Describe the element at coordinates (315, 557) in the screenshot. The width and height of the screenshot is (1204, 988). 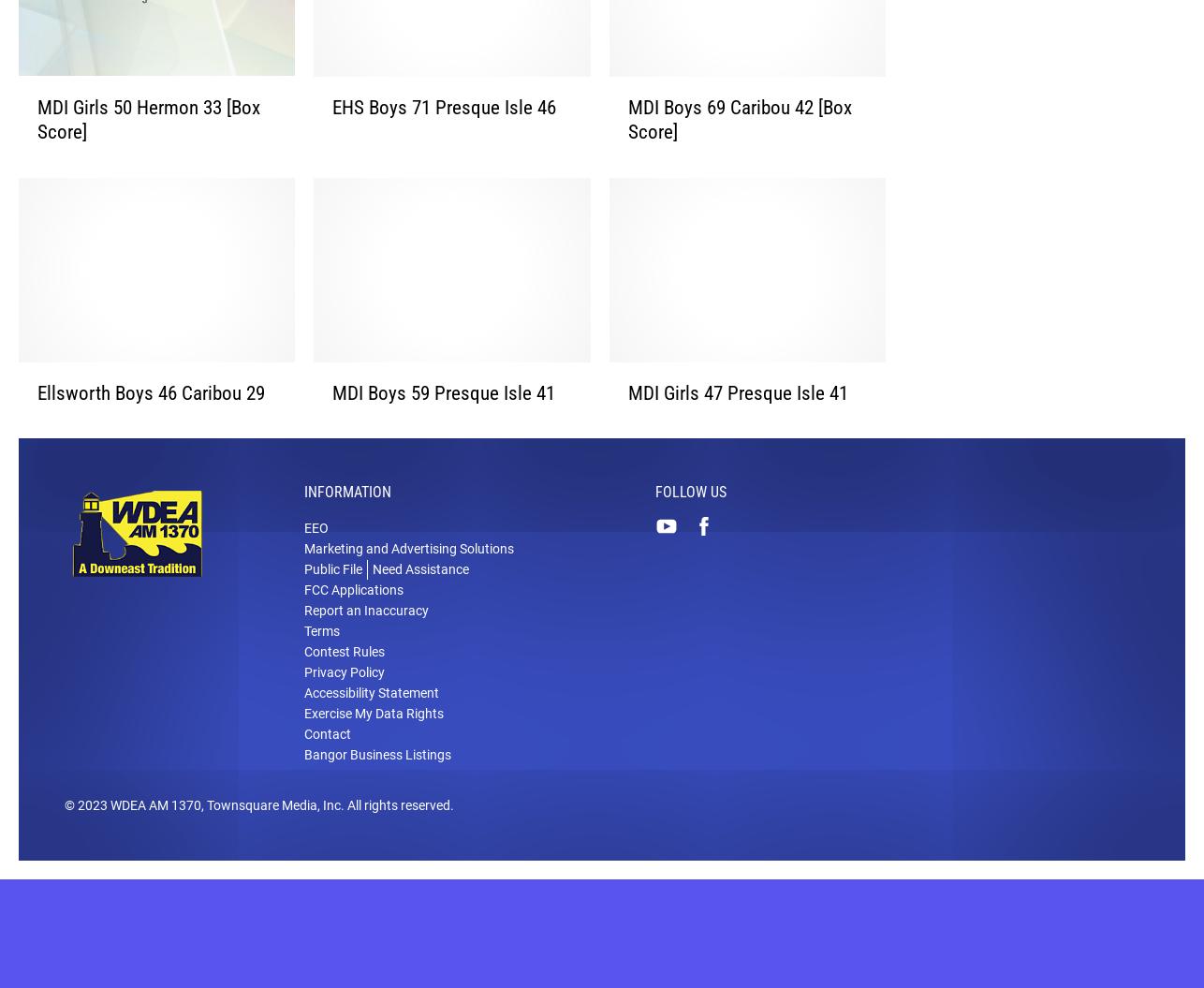
I see `'EEO'` at that location.